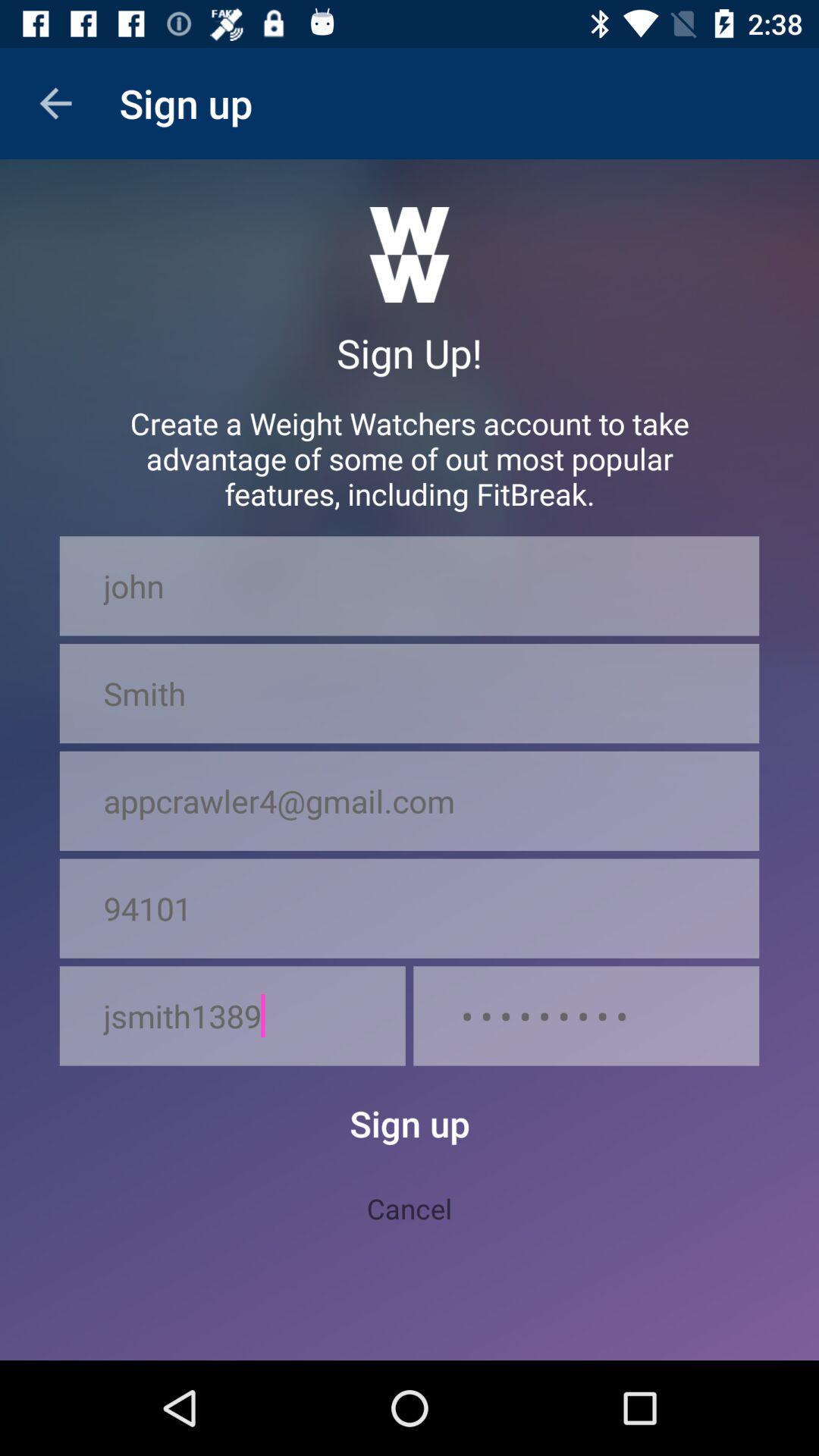 The width and height of the screenshot is (819, 1456). I want to click on the 94101, so click(409, 908).